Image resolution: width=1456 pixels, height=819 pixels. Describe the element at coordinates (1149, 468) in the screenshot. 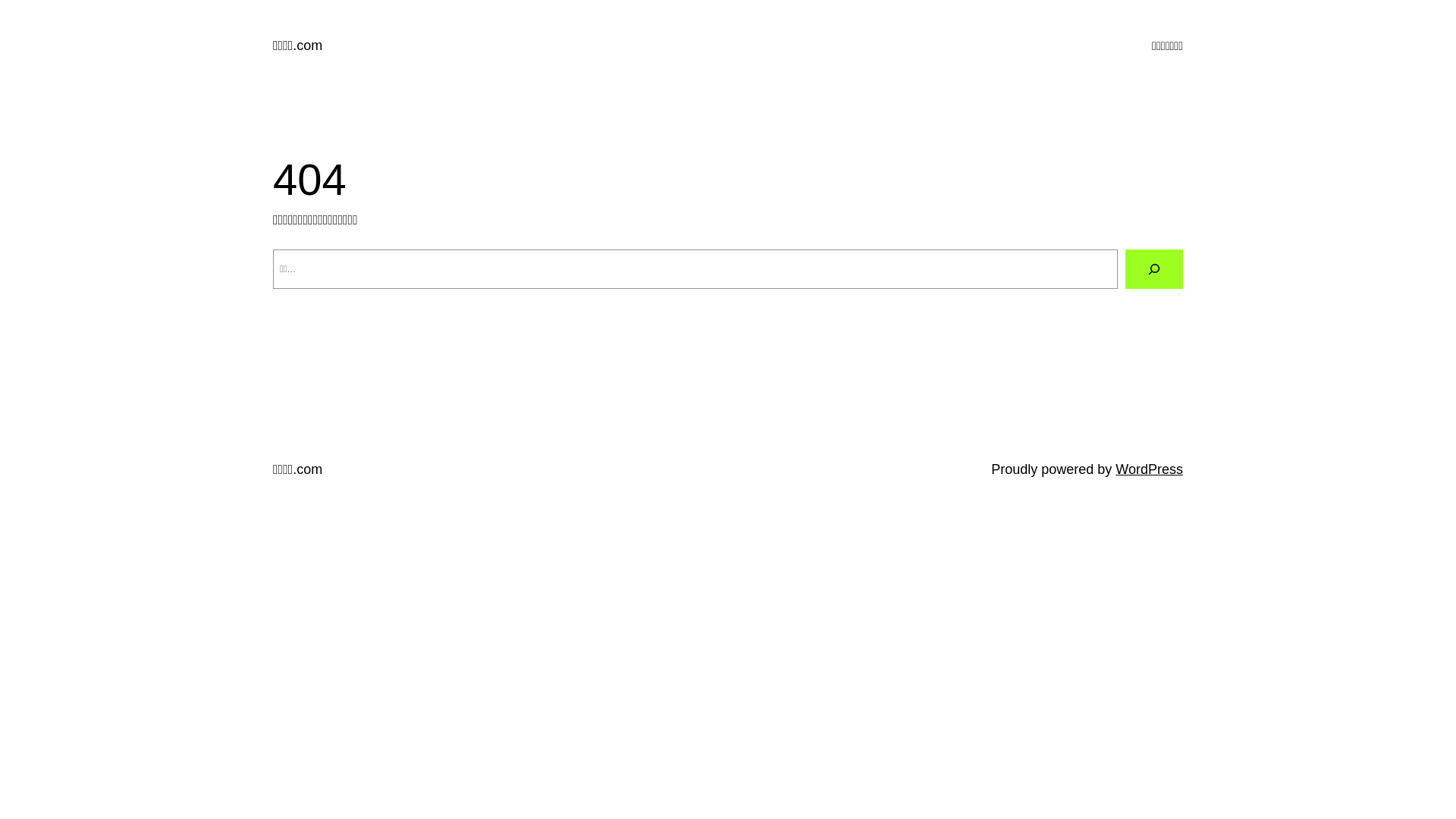

I see `'WordPress'` at that location.